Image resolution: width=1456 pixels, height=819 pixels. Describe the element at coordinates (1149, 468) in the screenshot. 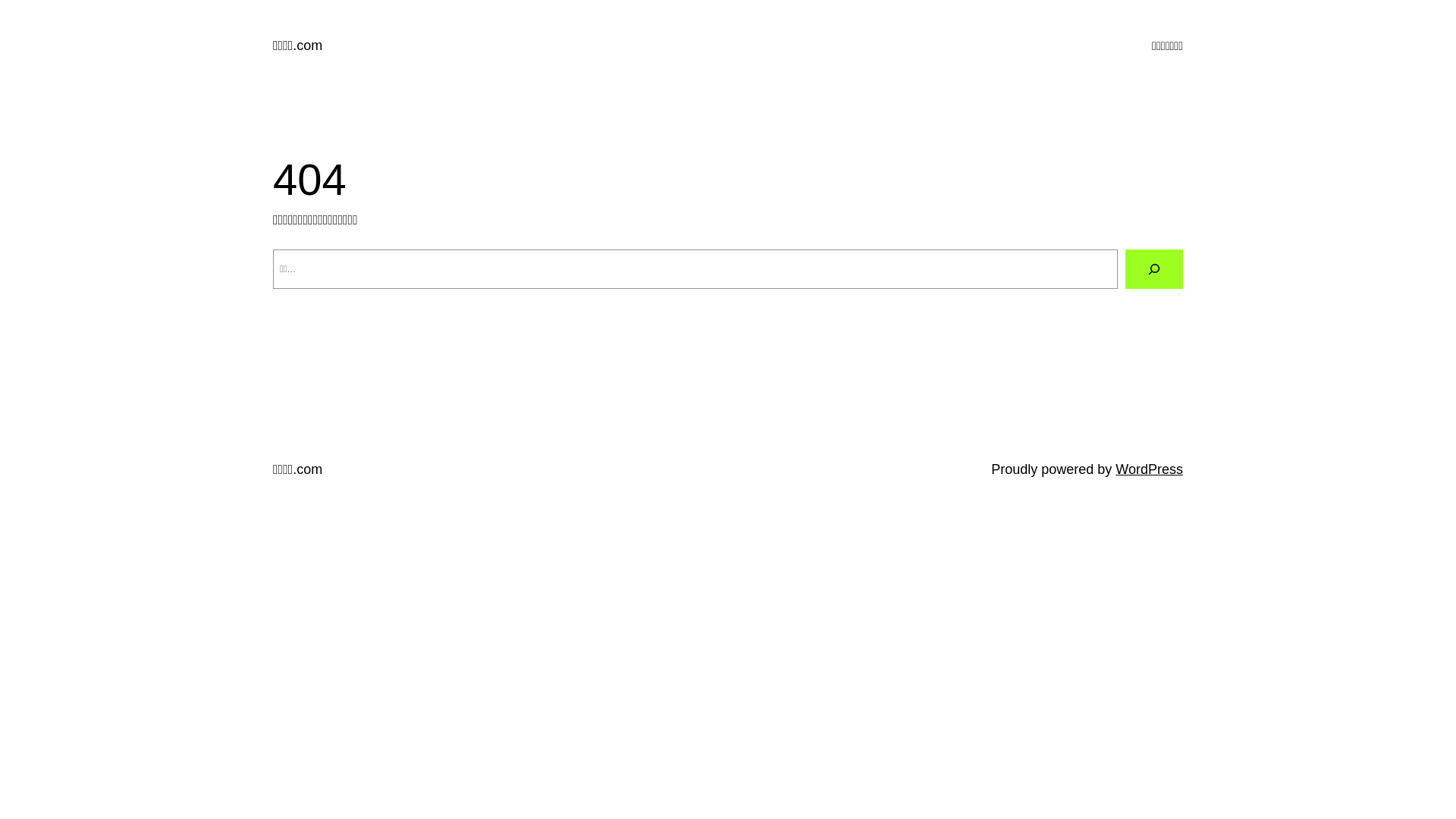

I see `'WordPress'` at that location.